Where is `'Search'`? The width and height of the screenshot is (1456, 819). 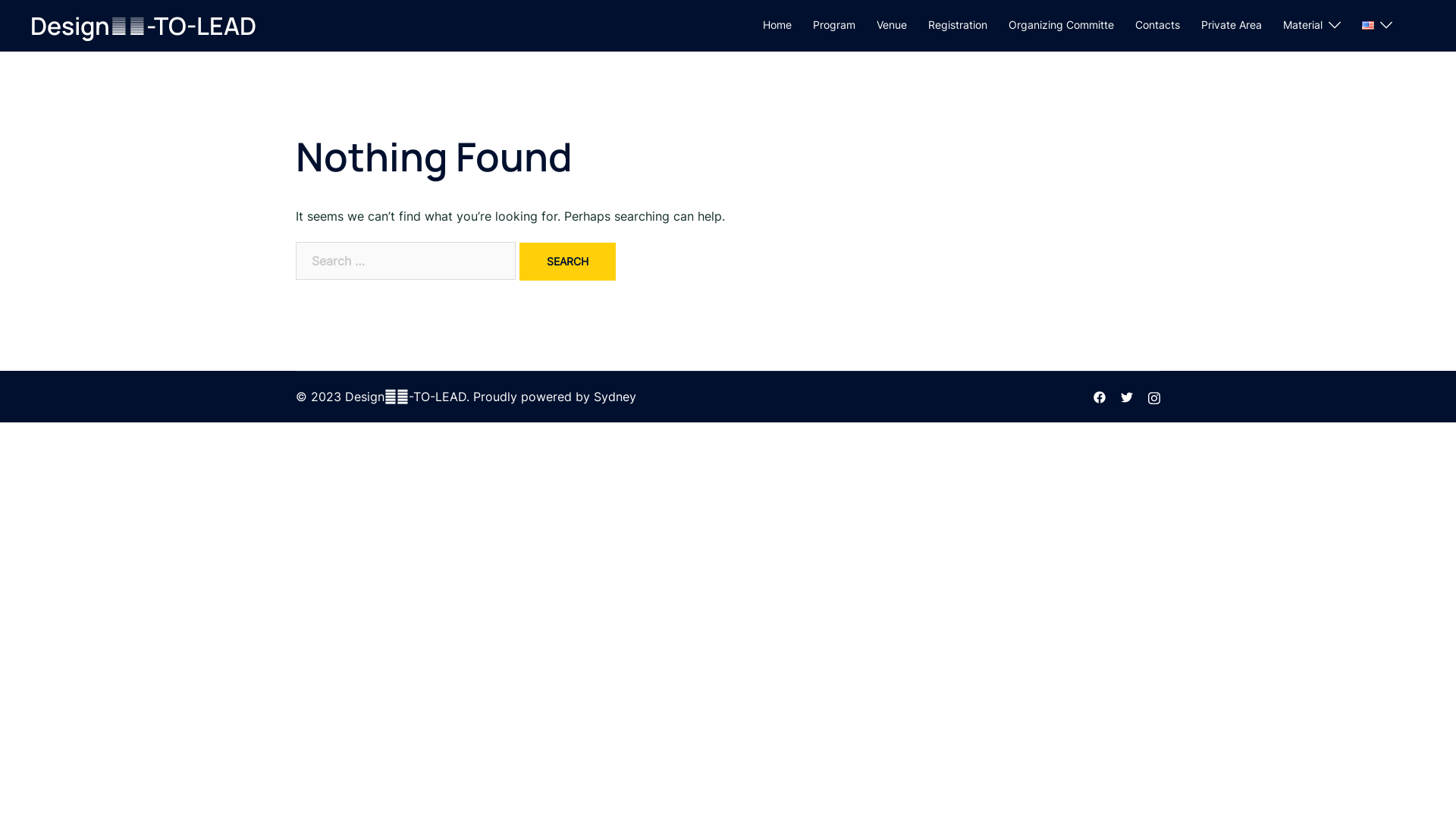 'Search' is located at coordinates (519, 260).